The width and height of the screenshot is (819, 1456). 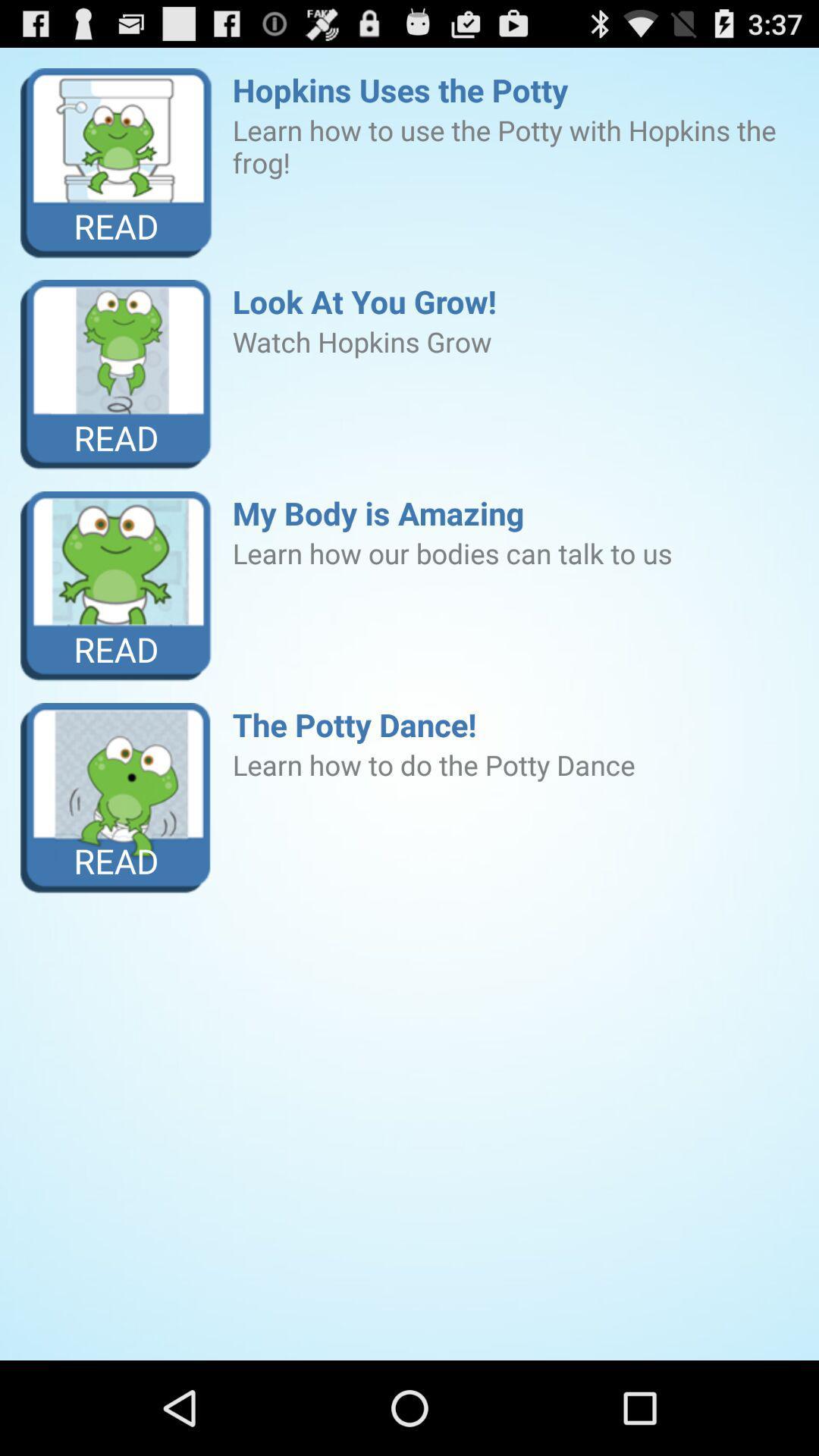 I want to click on app to the left of the look at you item, so click(x=115, y=375).